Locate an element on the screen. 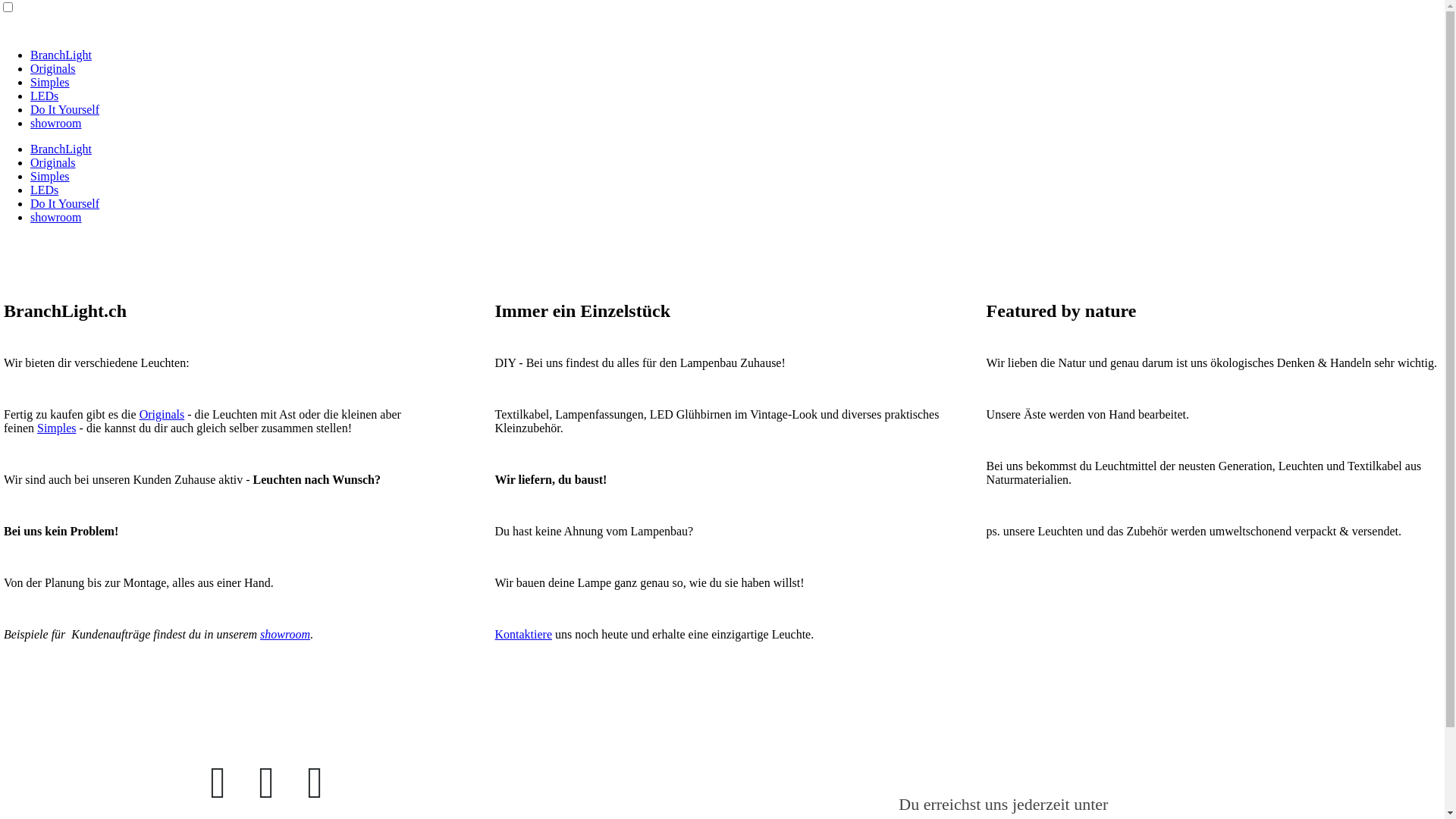  'Simples' is located at coordinates (30, 175).